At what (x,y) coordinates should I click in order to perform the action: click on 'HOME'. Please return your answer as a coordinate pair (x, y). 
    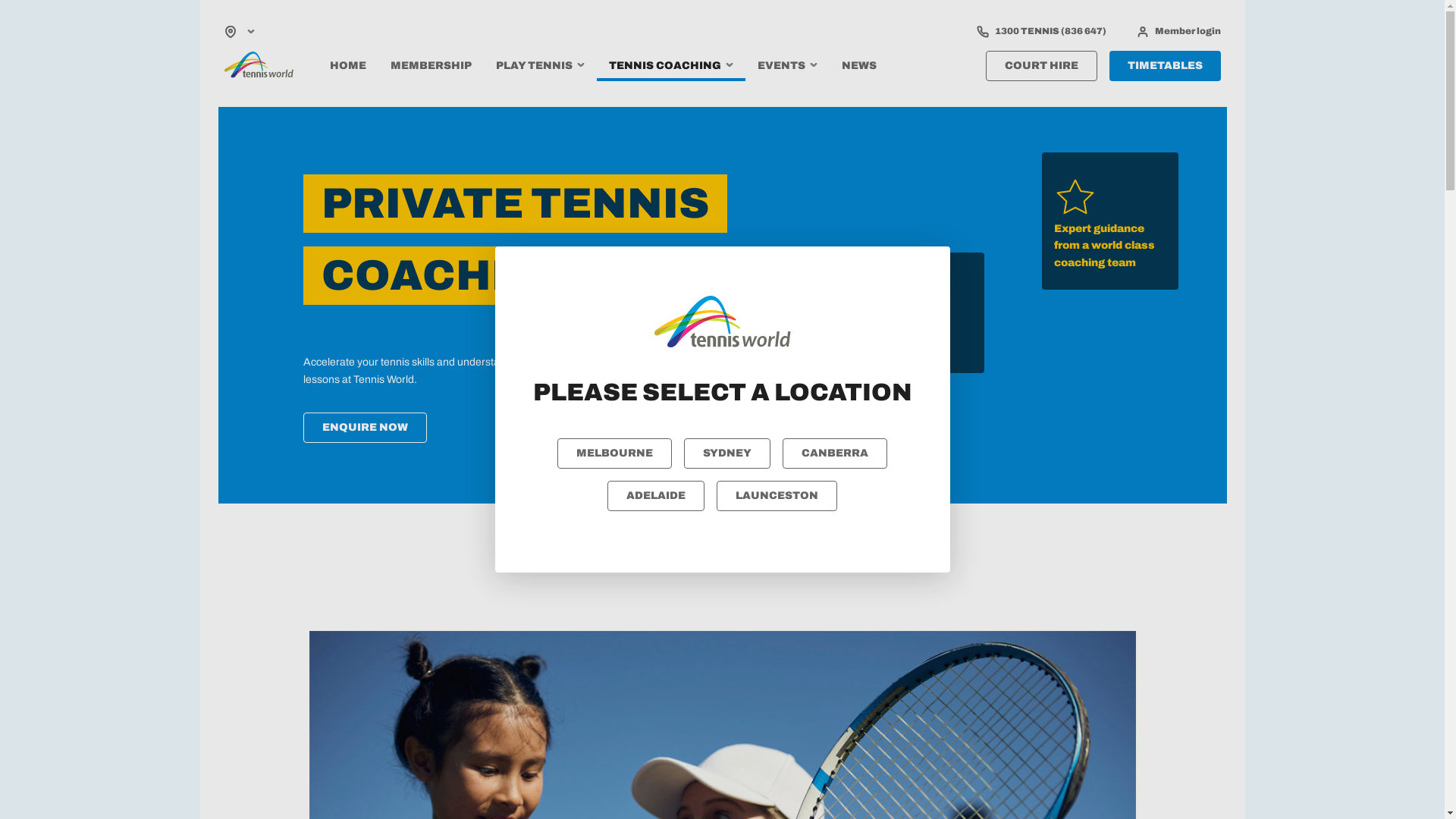
    Looking at the image, I should click on (346, 65).